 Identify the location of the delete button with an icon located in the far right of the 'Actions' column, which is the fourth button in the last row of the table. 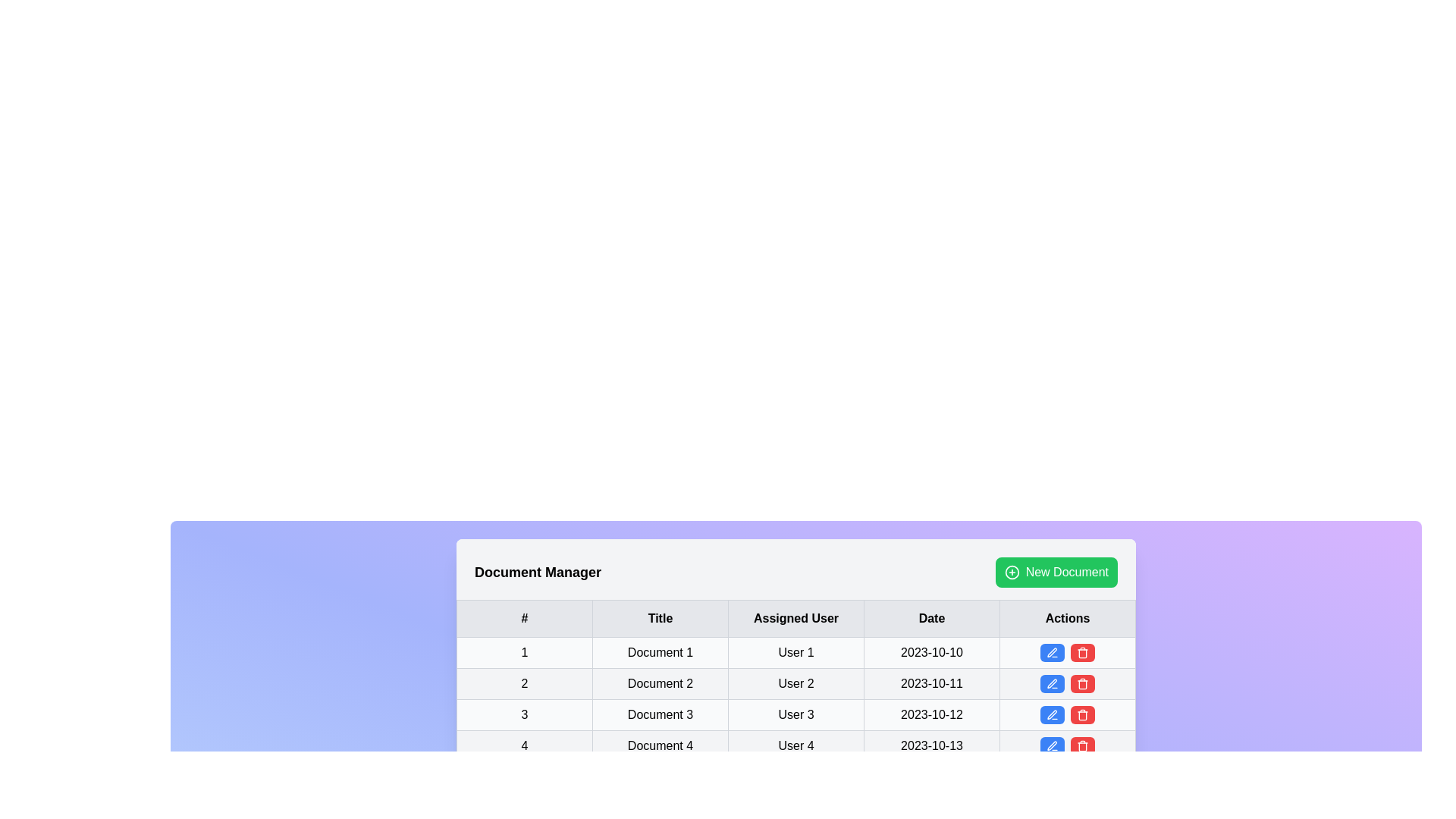
(1082, 745).